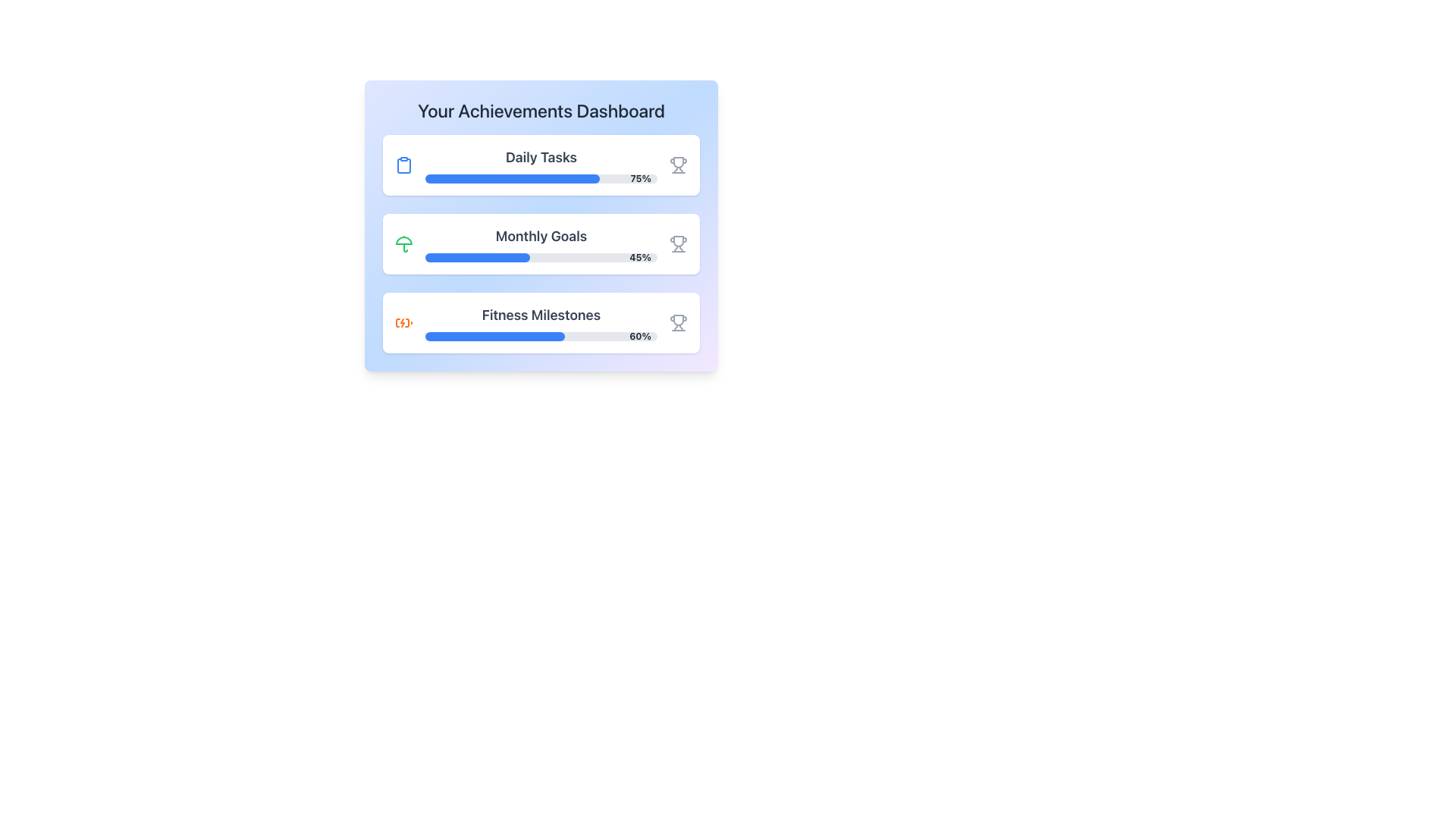 Image resolution: width=1456 pixels, height=819 pixels. What do you see at coordinates (677, 243) in the screenshot?
I see `the trophy icon in the 'Monthly Goals' section, which has a gray outline and symbolizes achievement, located next to the '45%' text` at bounding box center [677, 243].